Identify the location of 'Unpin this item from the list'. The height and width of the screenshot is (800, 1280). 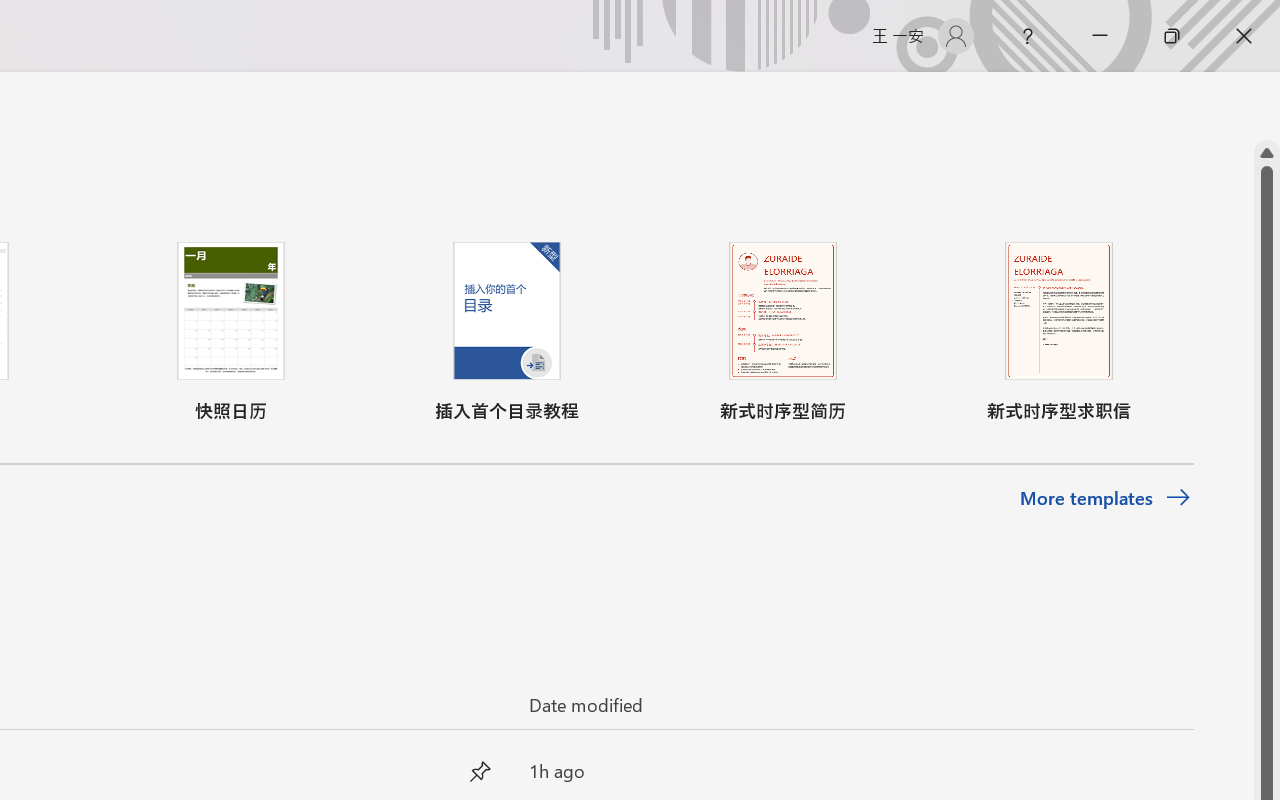
(480, 770).